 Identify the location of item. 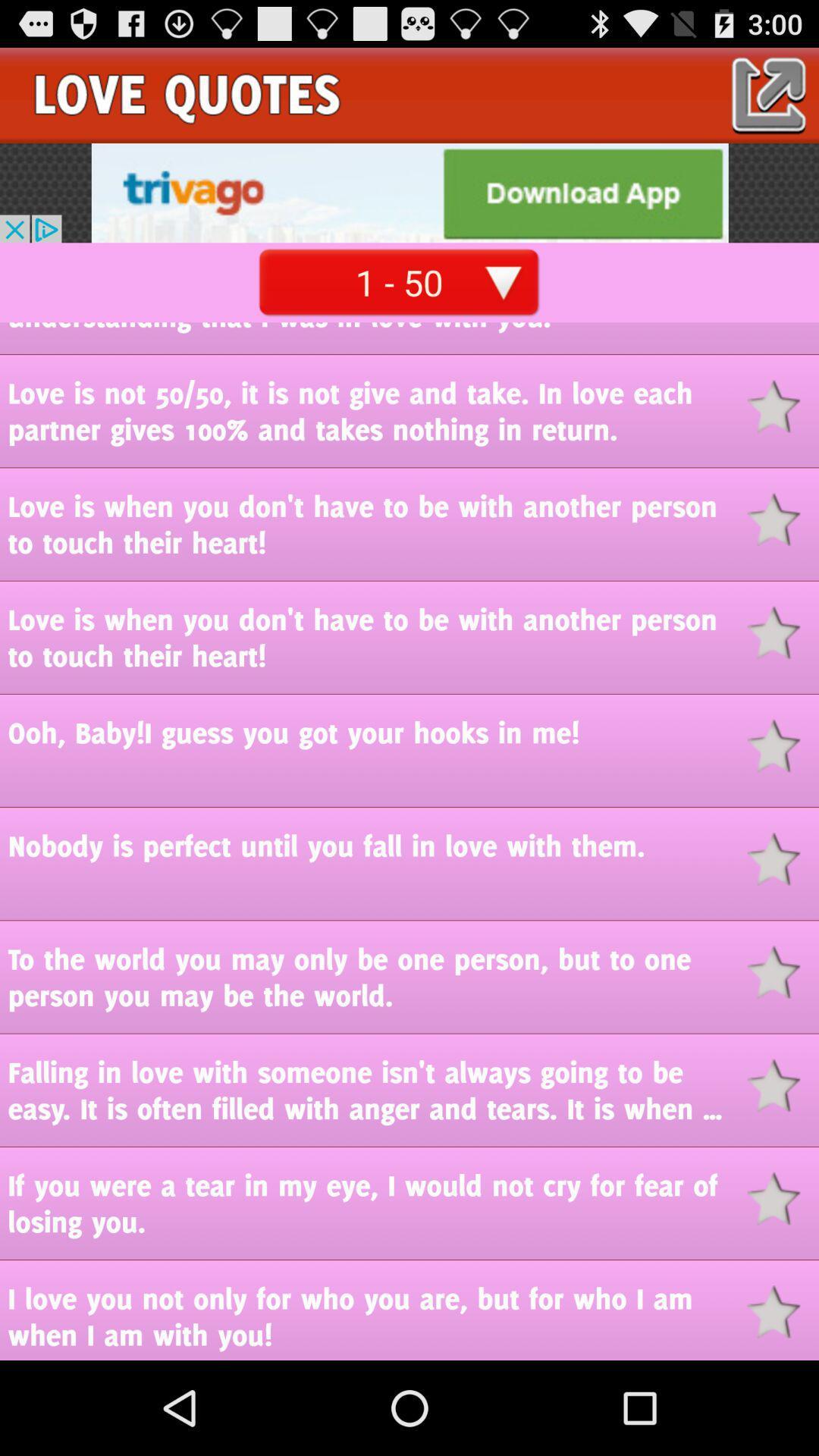
(783, 1084).